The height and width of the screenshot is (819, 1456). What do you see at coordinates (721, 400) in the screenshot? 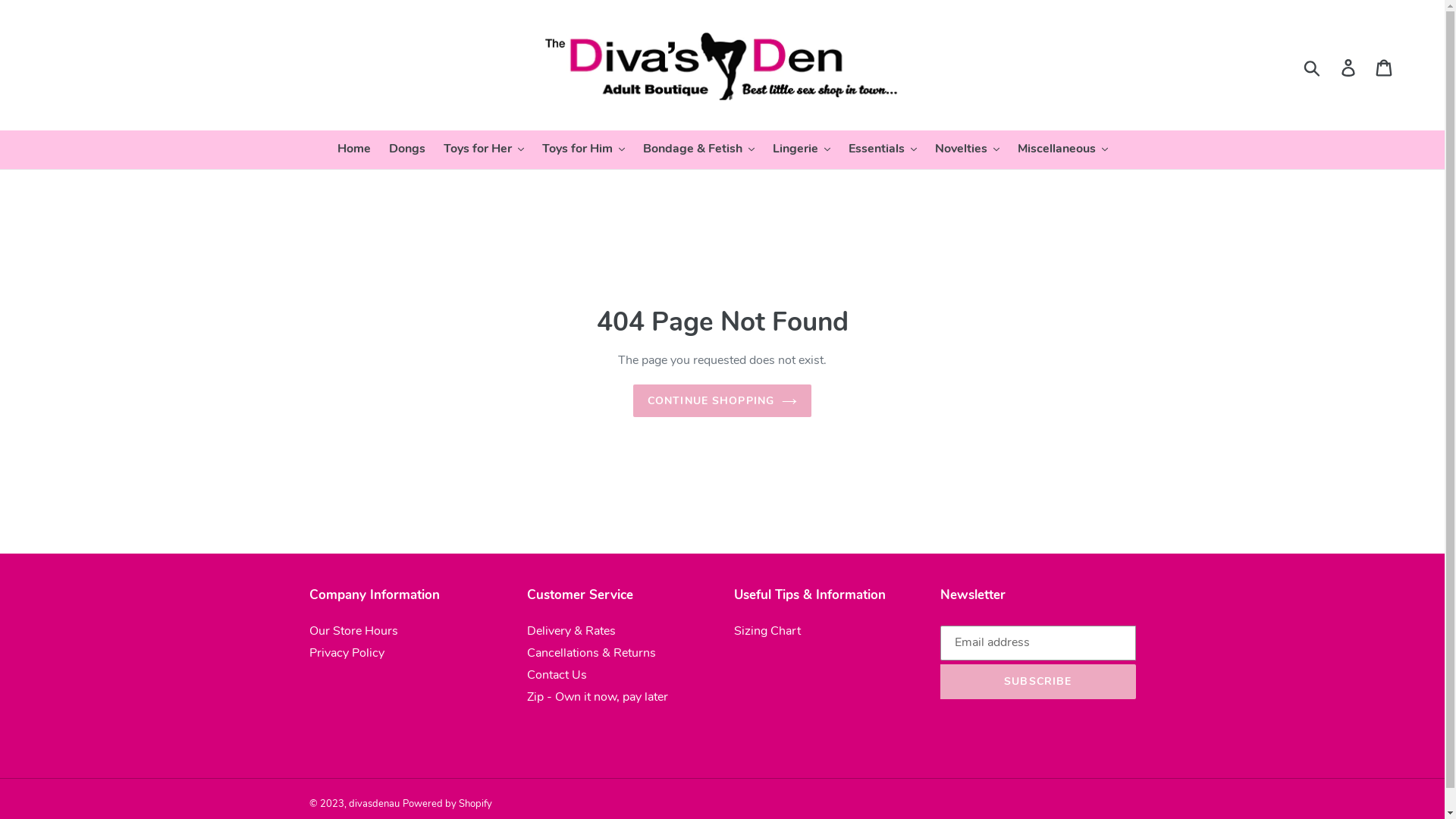
I see `'CONTINUE SHOPPING'` at bounding box center [721, 400].